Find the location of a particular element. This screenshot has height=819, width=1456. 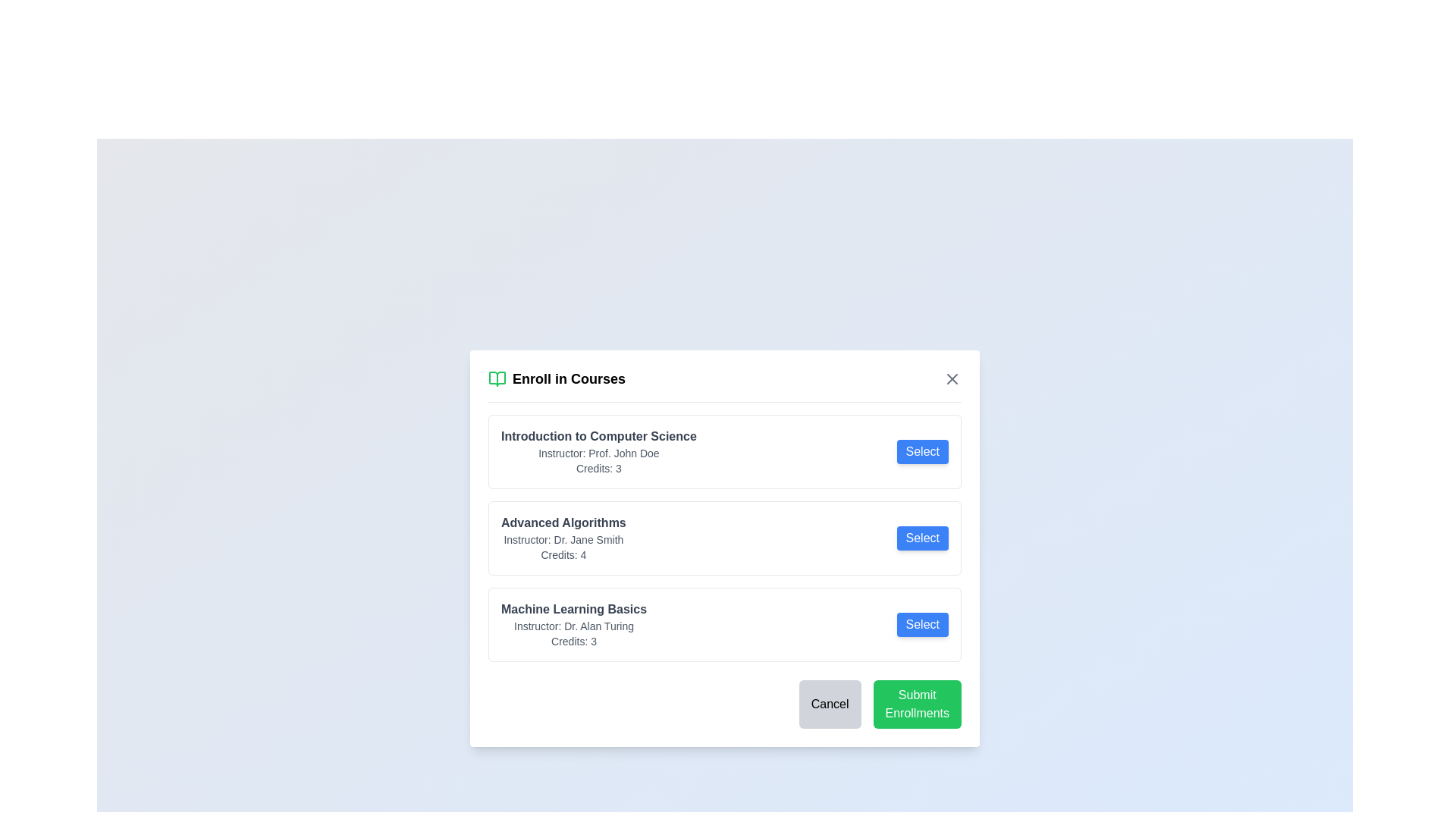

Text Label that displays the number of credits for the course 'Advanced Algorithms', which is located below 'Instructor: Dr. Jane Smith' is located at coordinates (563, 554).